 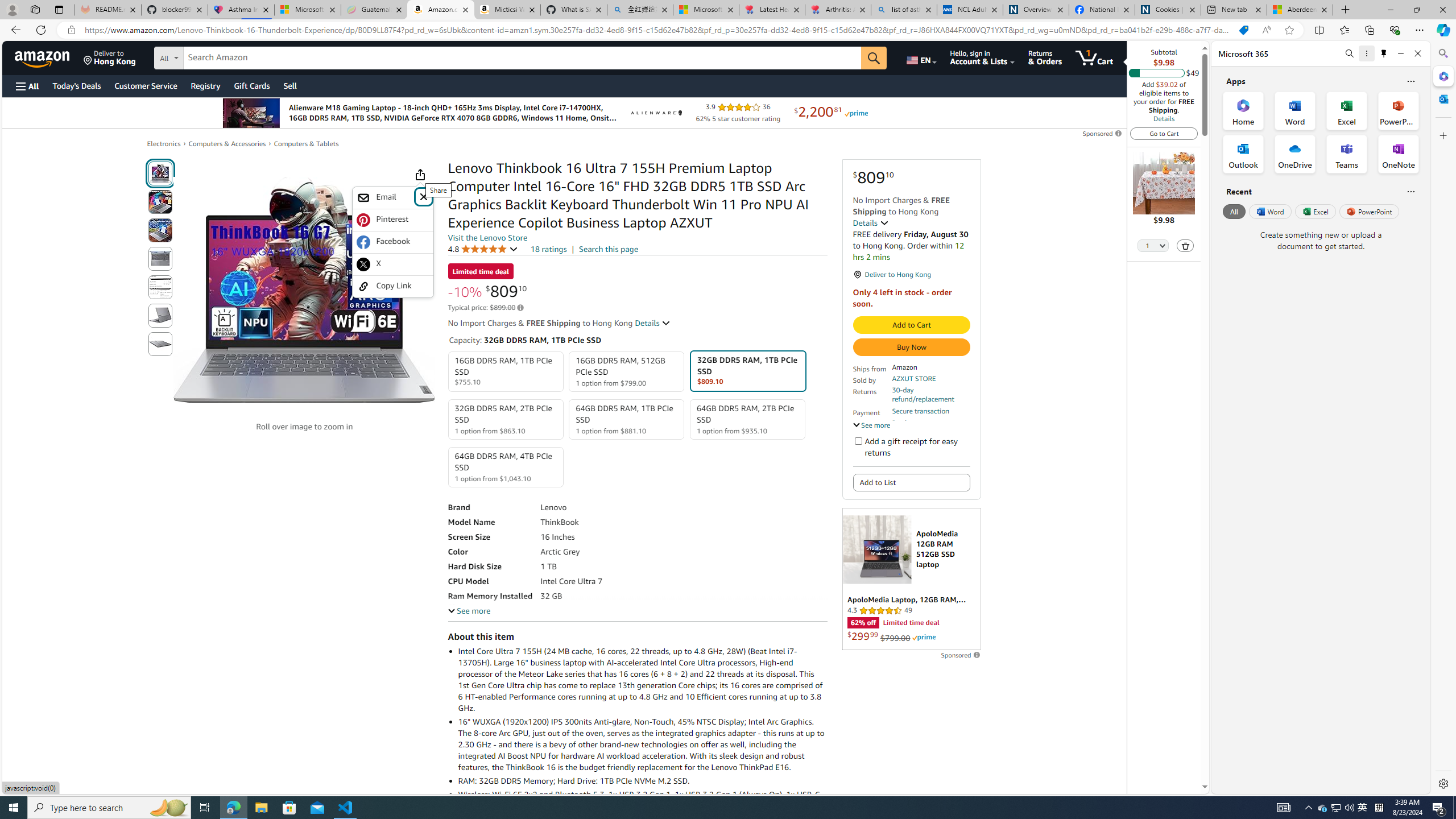 I want to click on 'Deliver to Hong Kong', so click(x=109, y=57).